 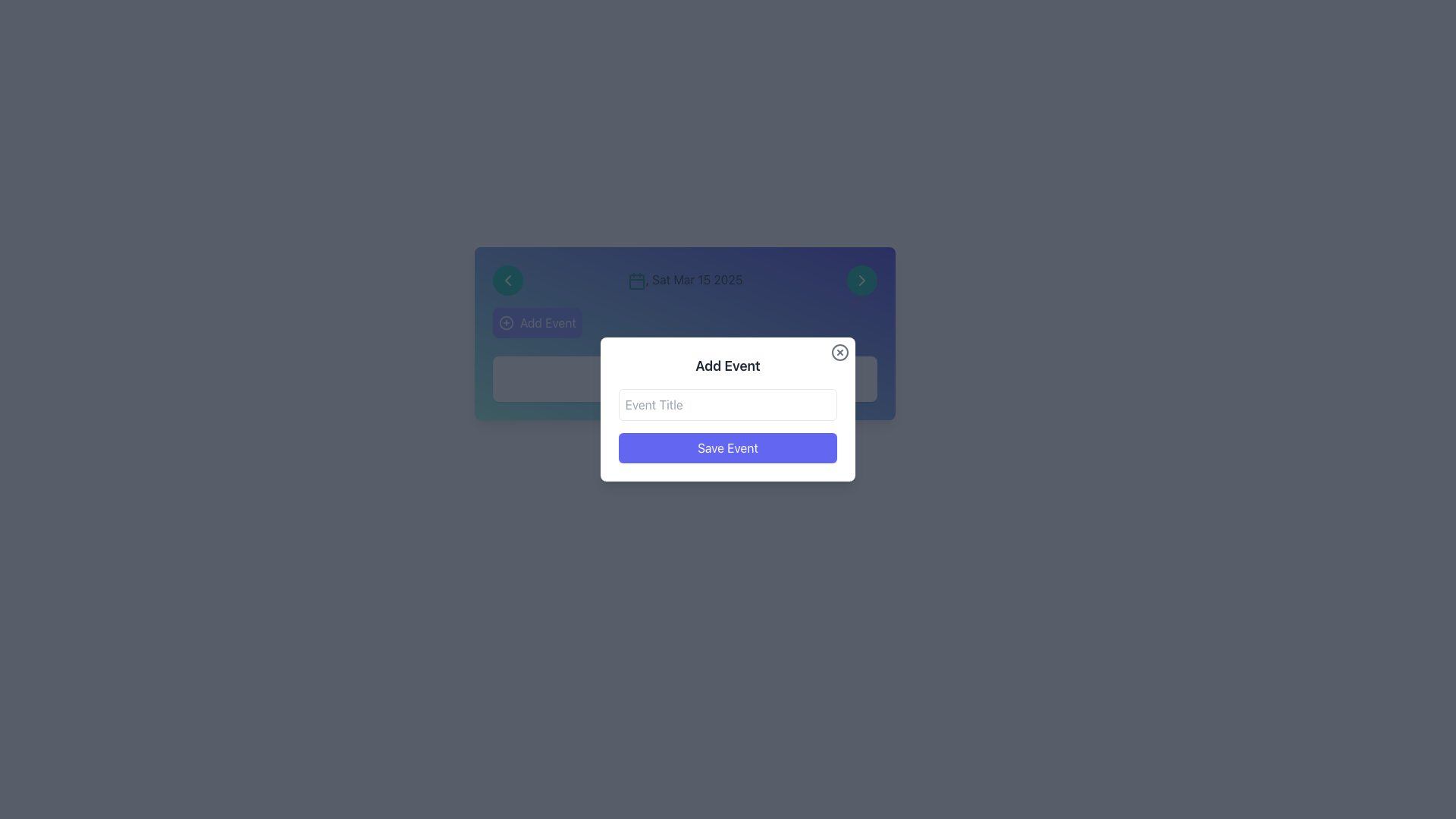 I want to click on the icon element that symbolizes the action of adding an event, located to the left of the 'Add Event' text, so click(x=506, y=322).